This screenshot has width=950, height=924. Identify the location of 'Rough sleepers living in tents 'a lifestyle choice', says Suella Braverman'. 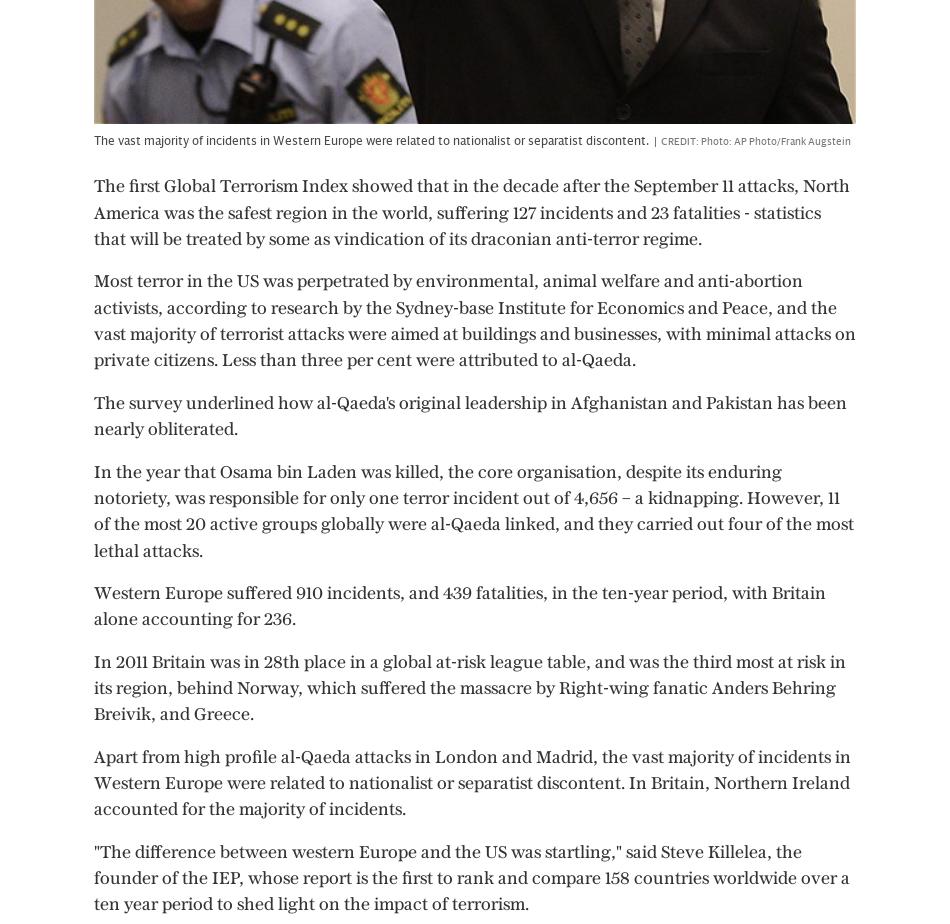
(15, 695).